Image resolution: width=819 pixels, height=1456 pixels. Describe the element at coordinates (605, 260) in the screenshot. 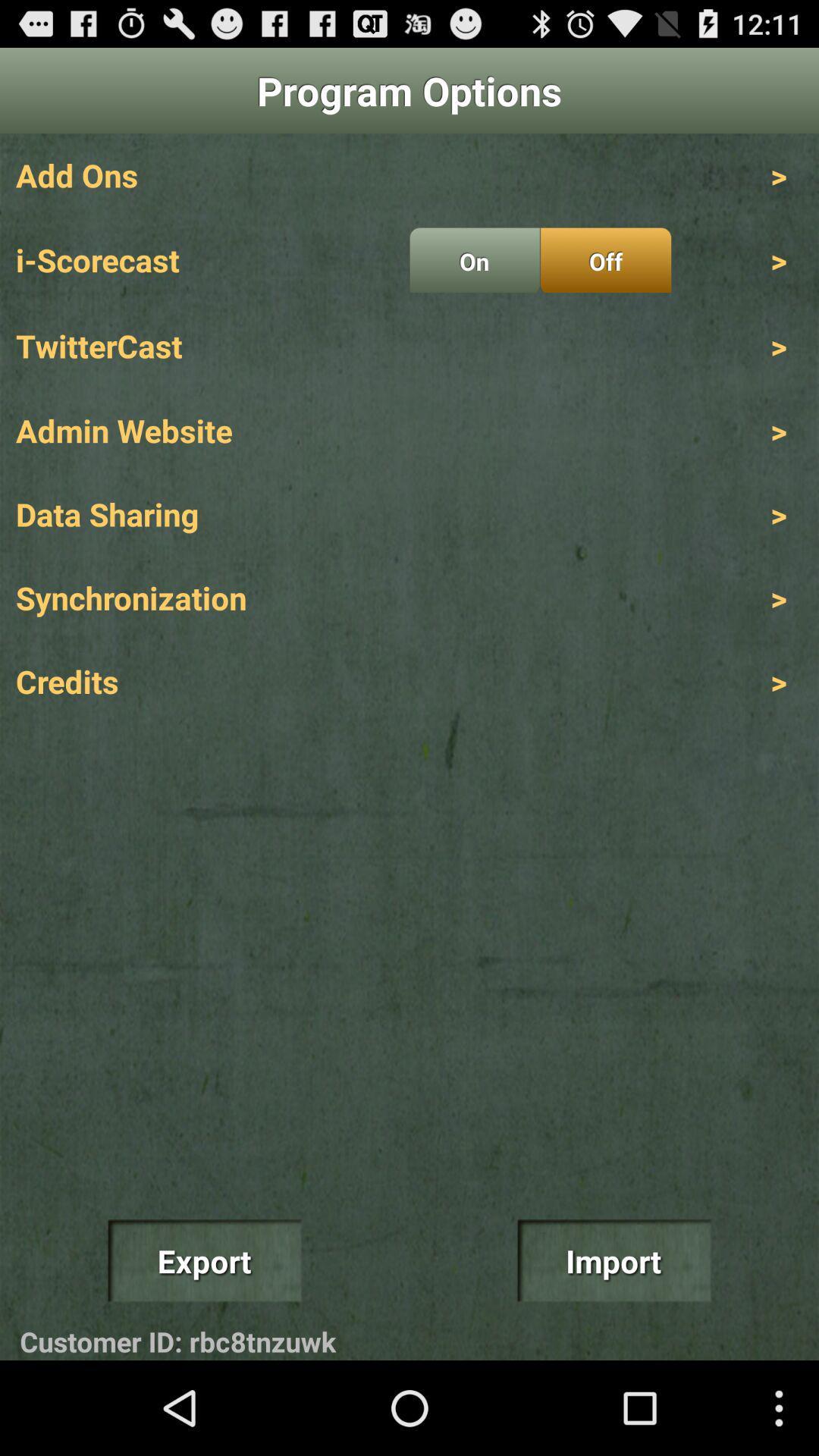

I see `the icon below >   icon` at that location.